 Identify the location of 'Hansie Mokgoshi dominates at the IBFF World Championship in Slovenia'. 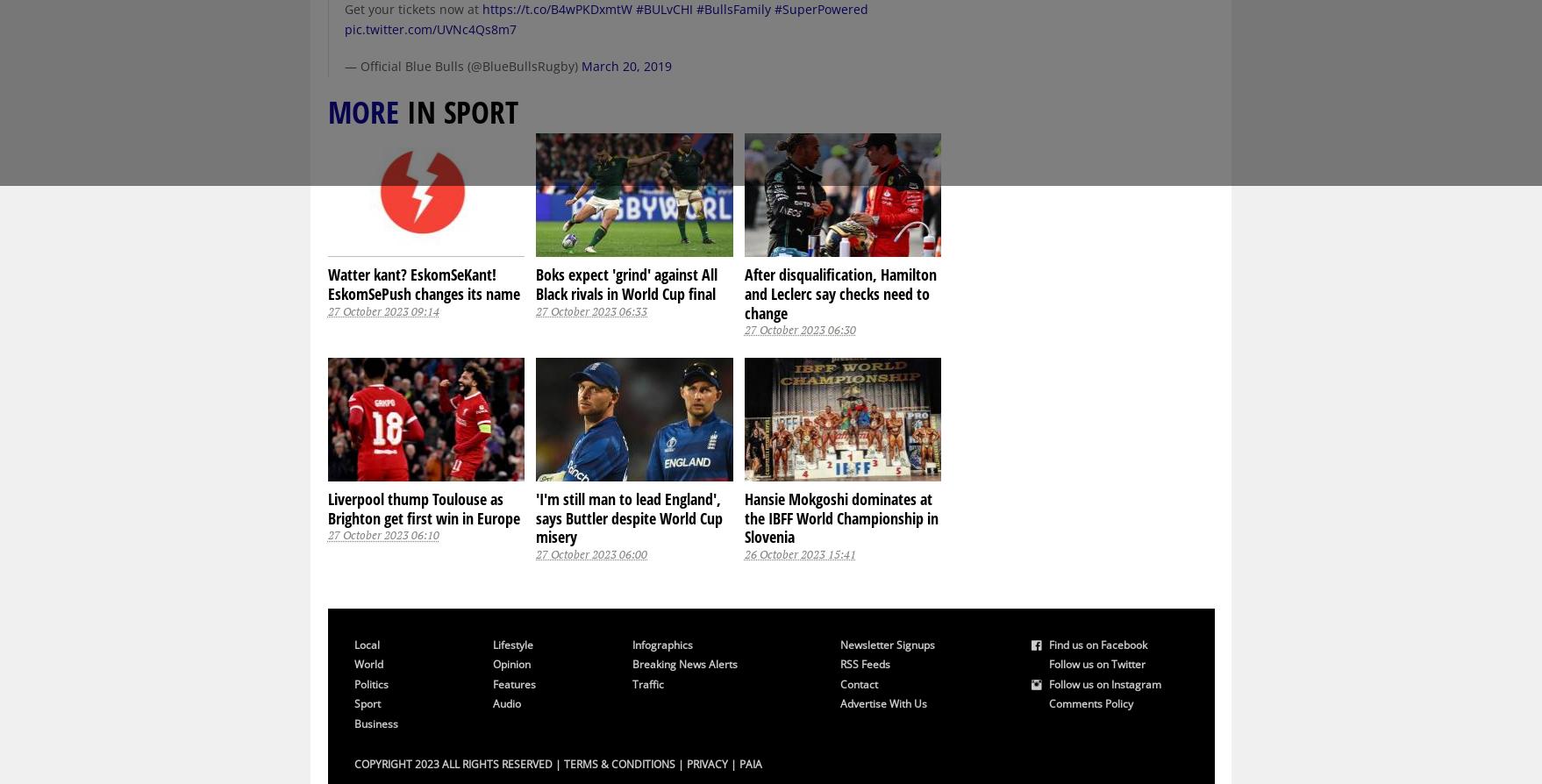
(840, 517).